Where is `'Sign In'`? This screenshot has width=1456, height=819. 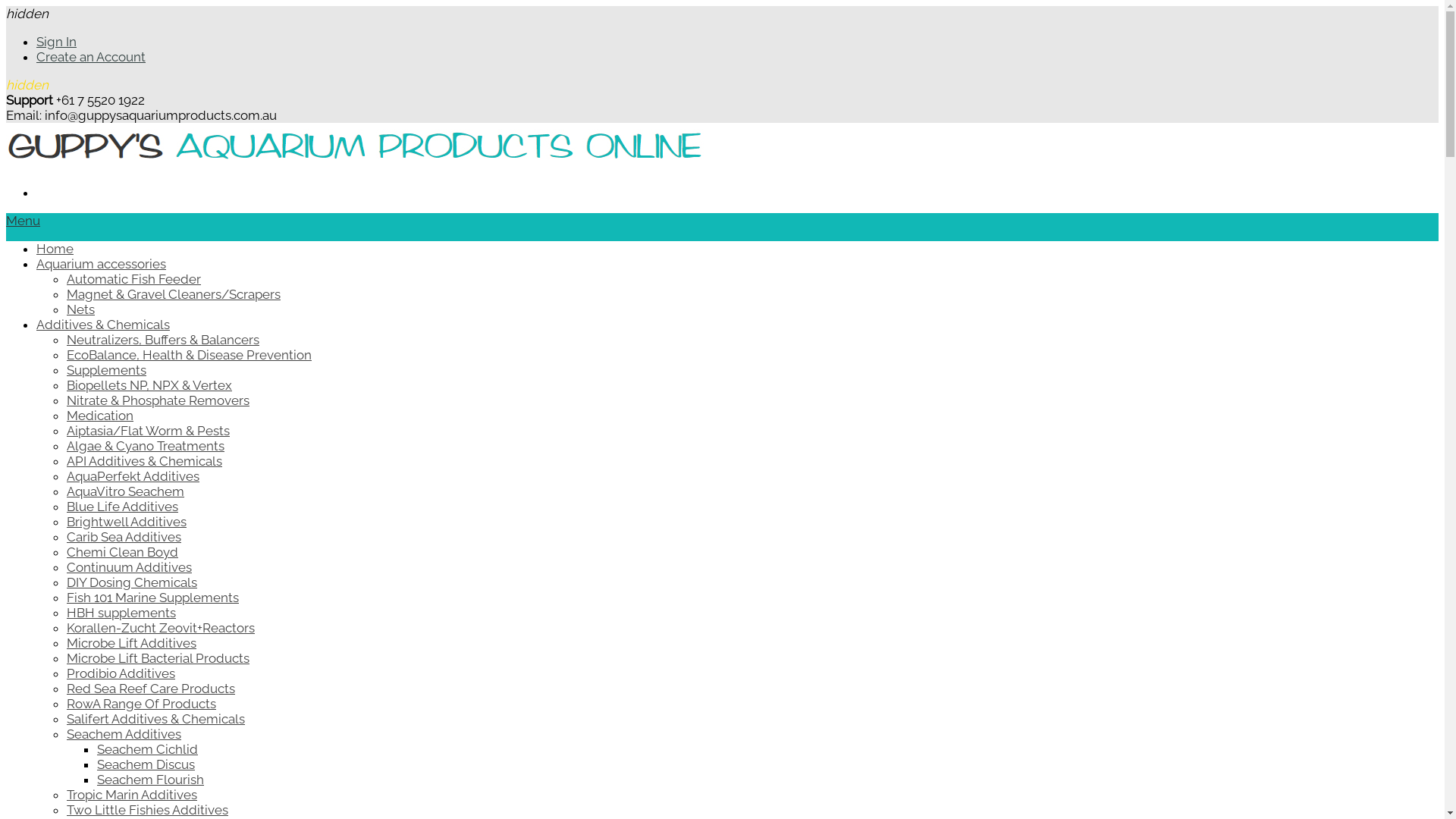
'Sign In' is located at coordinates (36, 40).